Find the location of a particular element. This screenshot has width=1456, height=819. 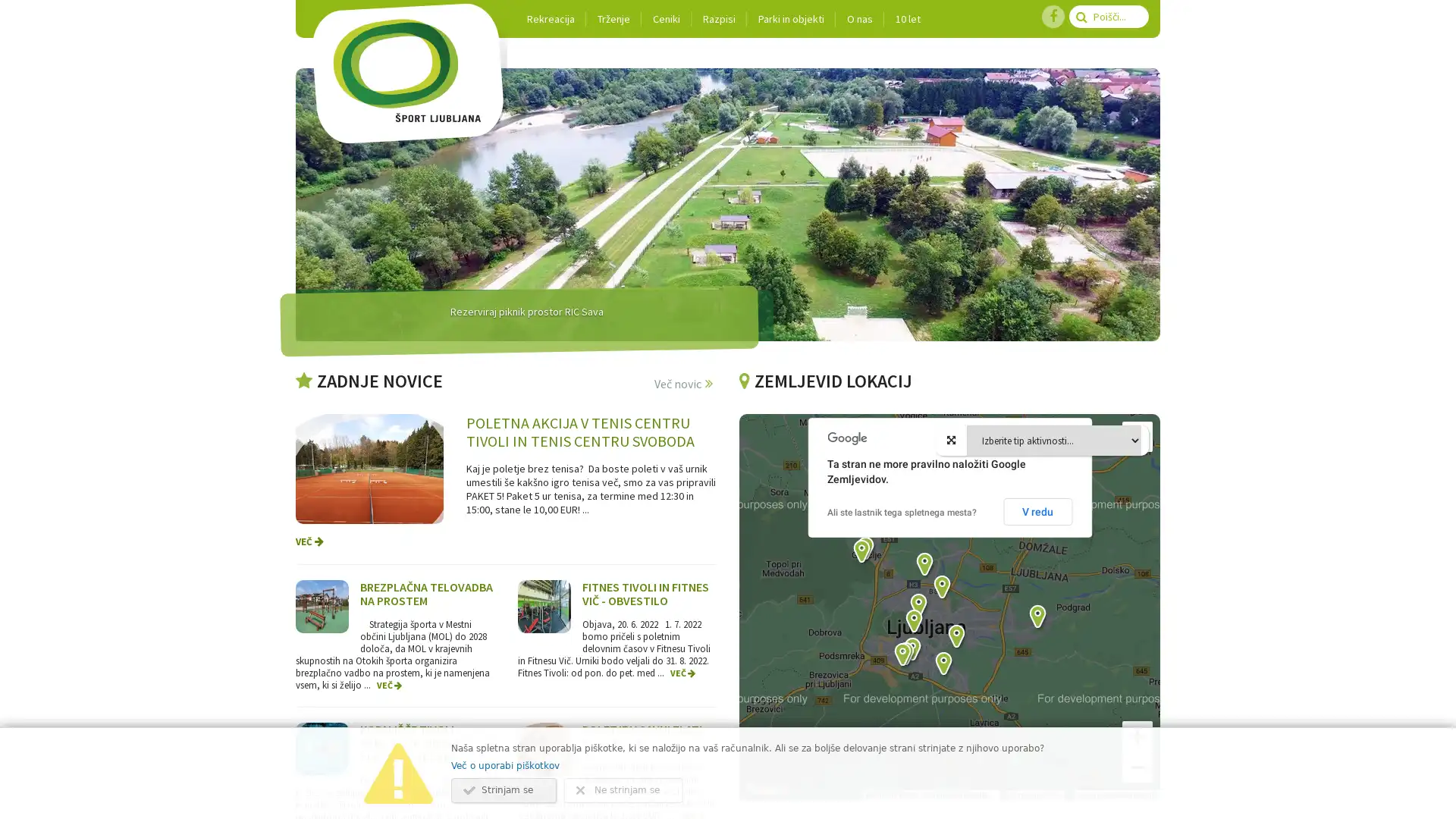

Povecaj is located at coordinates (1137, 736).